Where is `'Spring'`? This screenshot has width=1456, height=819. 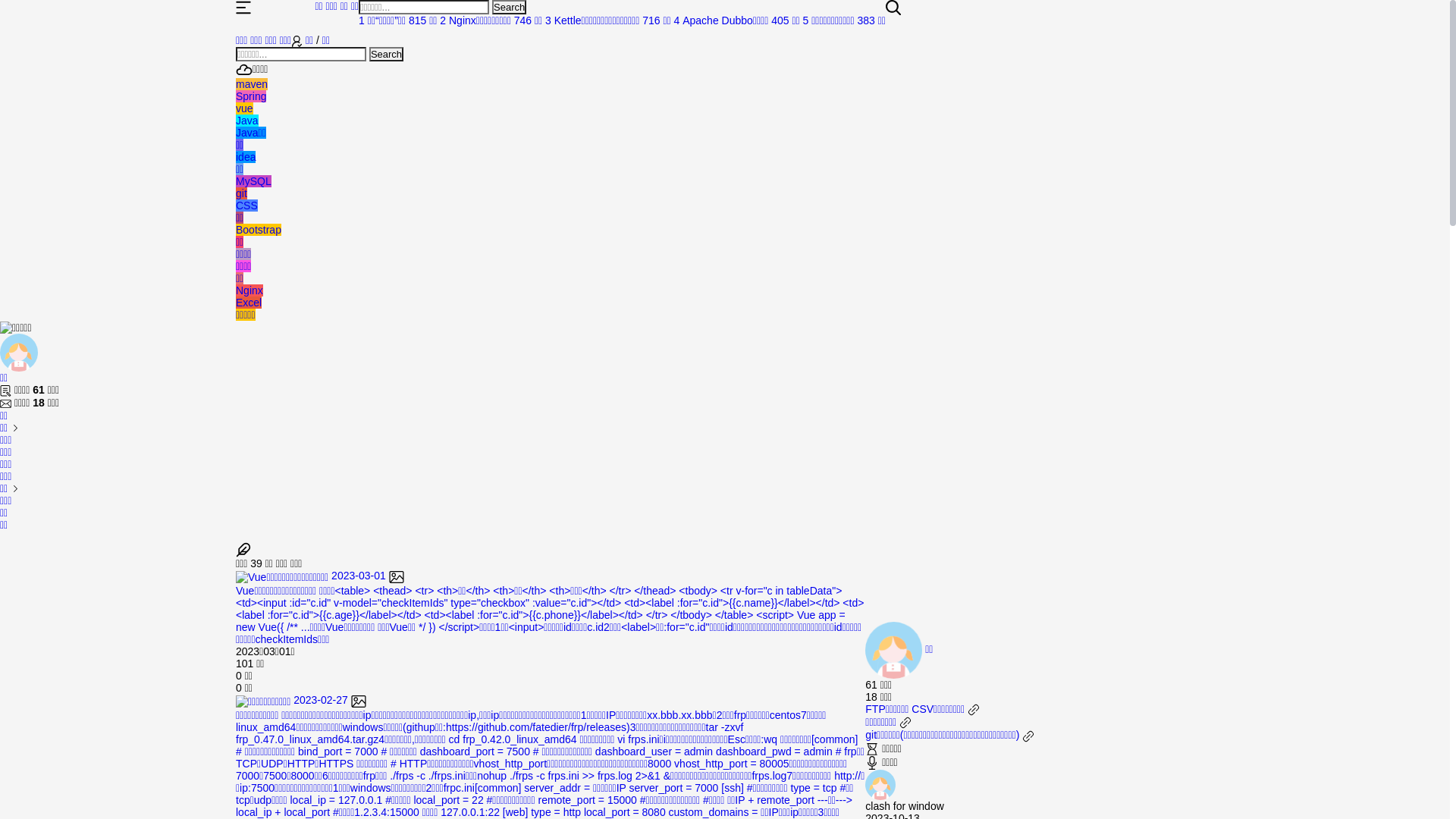 'Spring' is located at coordinates (235, 96).